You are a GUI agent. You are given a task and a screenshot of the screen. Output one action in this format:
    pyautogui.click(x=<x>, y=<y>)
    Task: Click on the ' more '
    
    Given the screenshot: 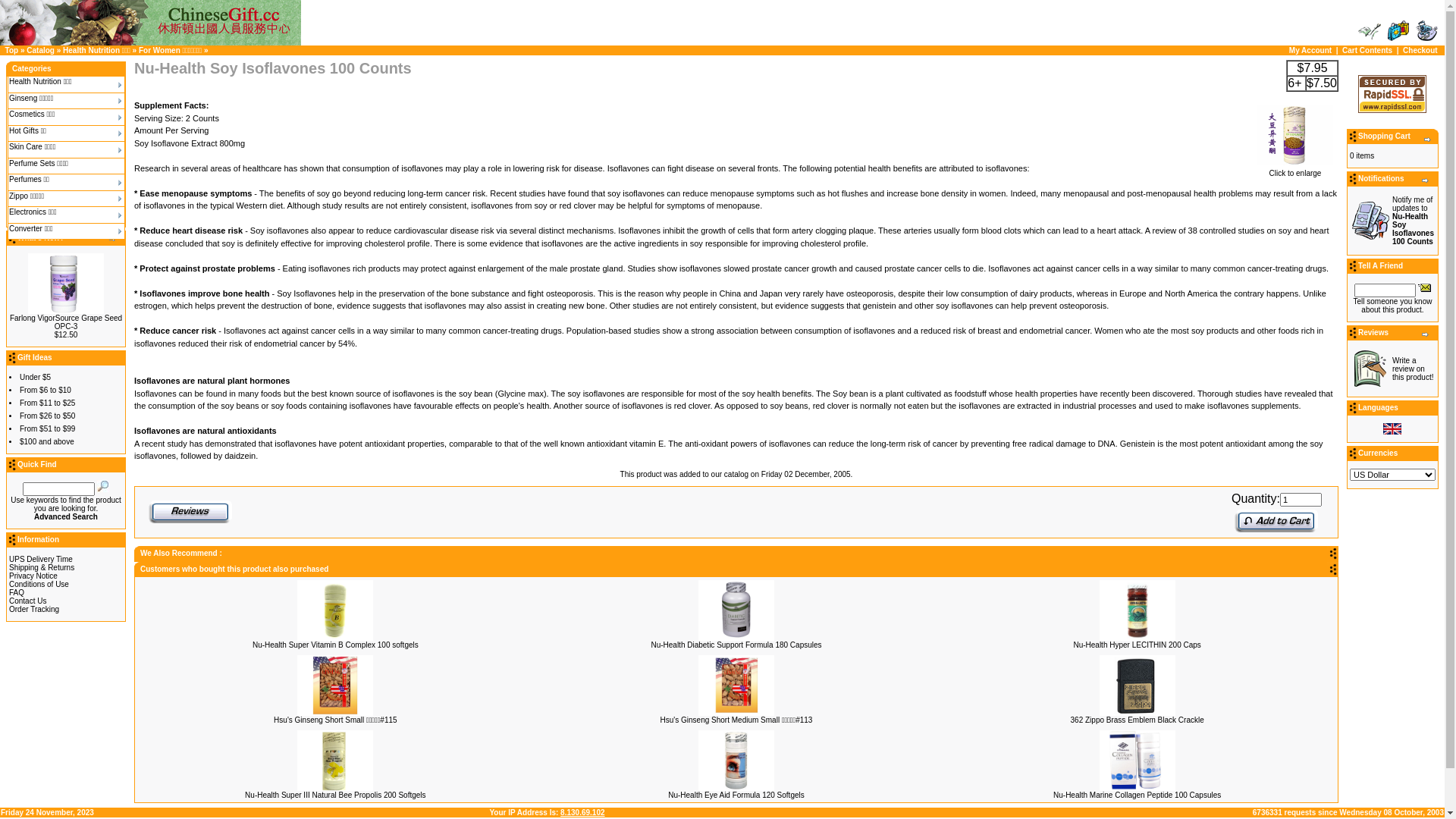 What is the action you would take?
    pyautogui.click(x=1426, y=140)
    